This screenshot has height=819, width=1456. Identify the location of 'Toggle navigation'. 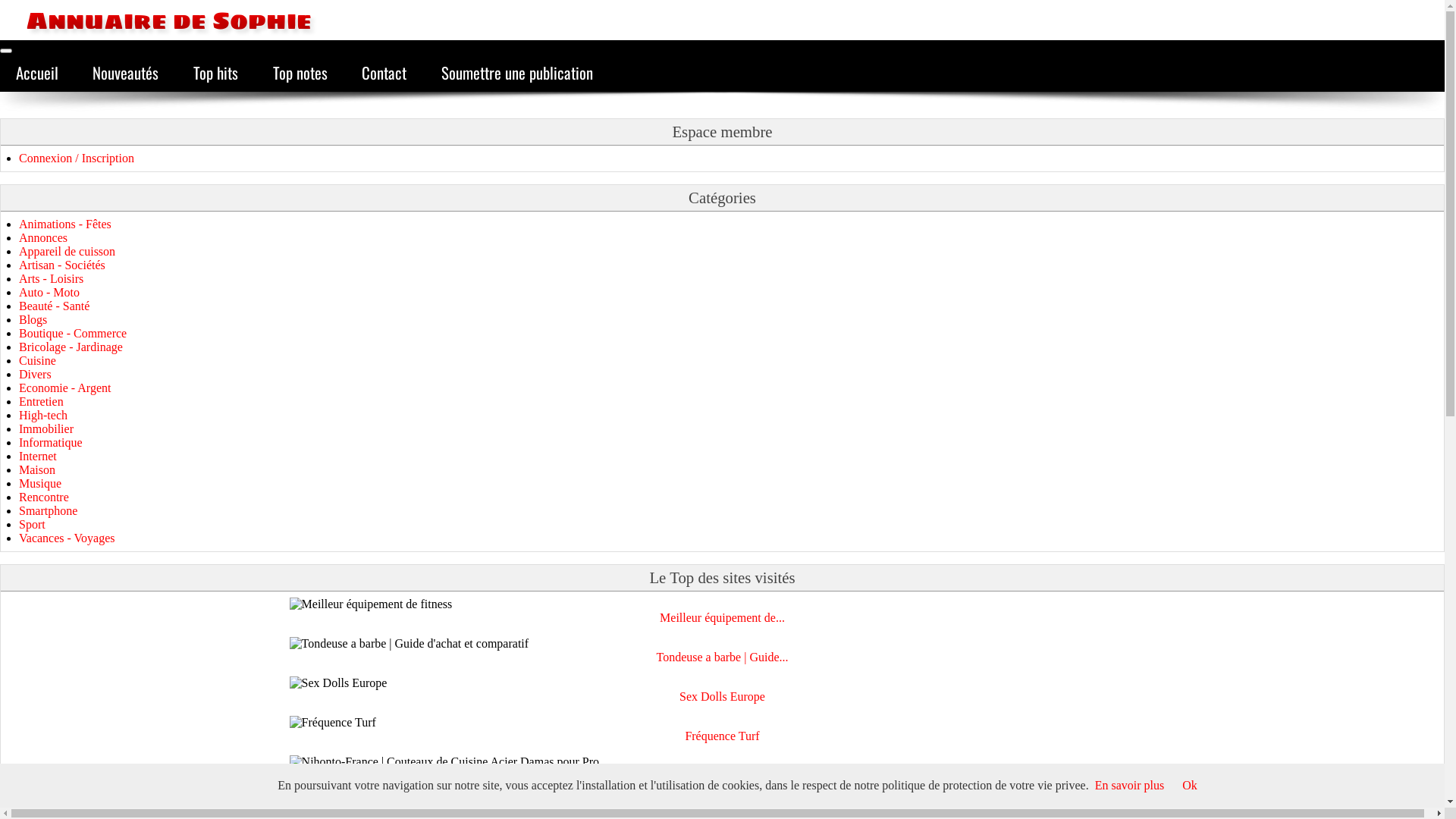
(6, 49).